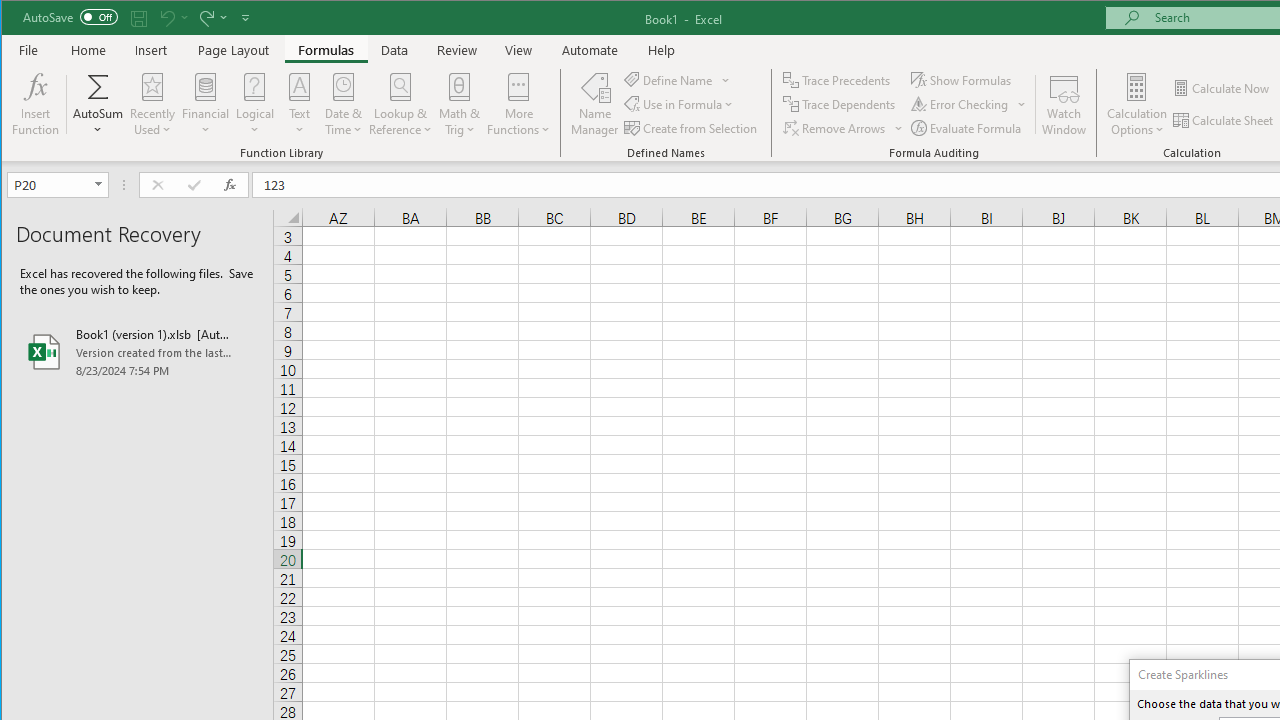  I want to click on 'Trace Precedents', so click(838, 79).